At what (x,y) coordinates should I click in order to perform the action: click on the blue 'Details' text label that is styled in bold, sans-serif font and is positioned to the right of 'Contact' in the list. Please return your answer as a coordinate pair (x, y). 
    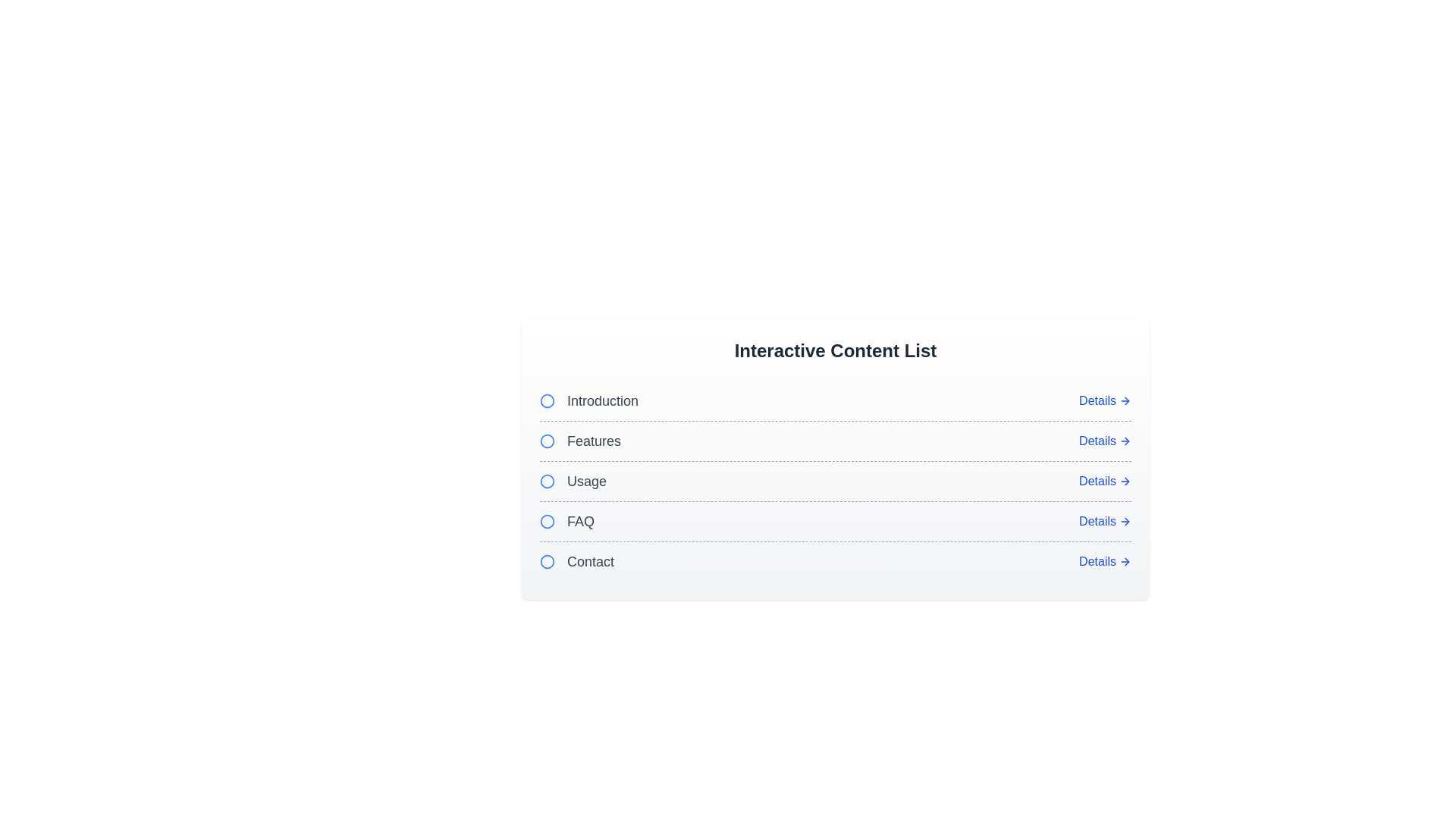
    Looking at the image, I should click on (1097, 561).